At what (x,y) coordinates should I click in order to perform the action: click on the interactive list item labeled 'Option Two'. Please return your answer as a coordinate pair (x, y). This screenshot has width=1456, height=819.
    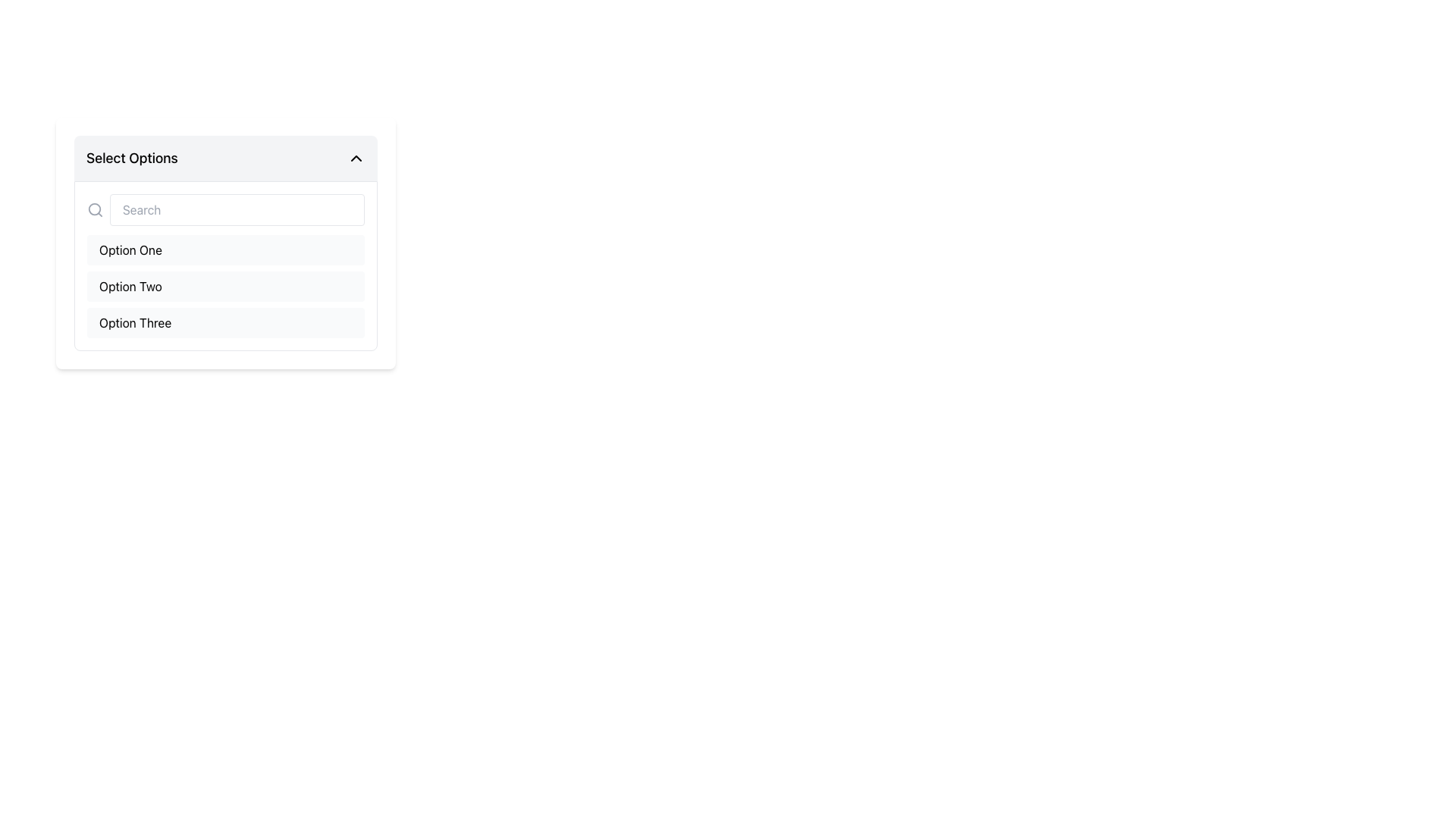
    Looking at the image, I should click on (224, 287).